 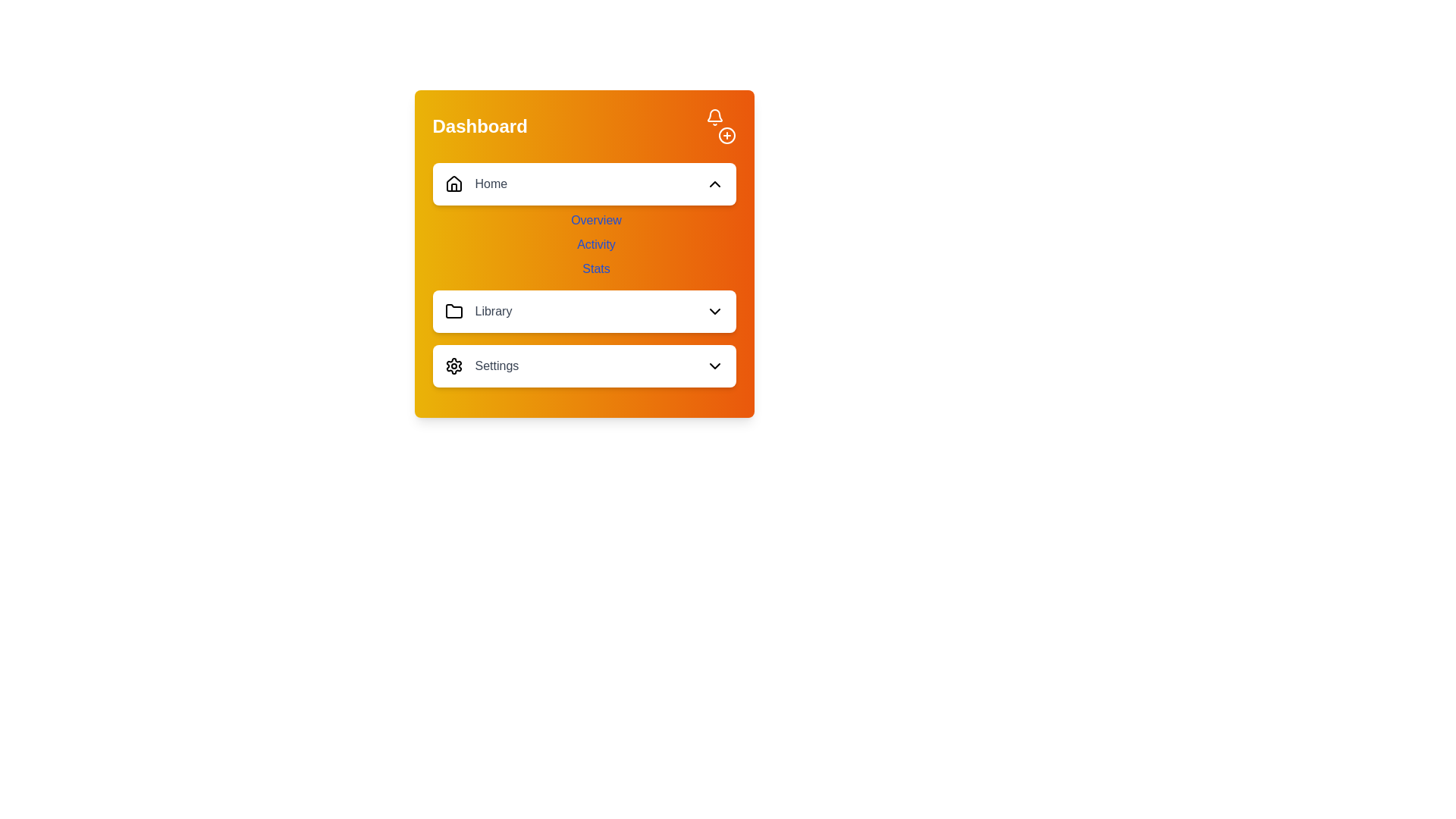 I want to click on the downward-pointing chevron icon indicating the dropdown menu in the Library section, so click(x=714, y=311).